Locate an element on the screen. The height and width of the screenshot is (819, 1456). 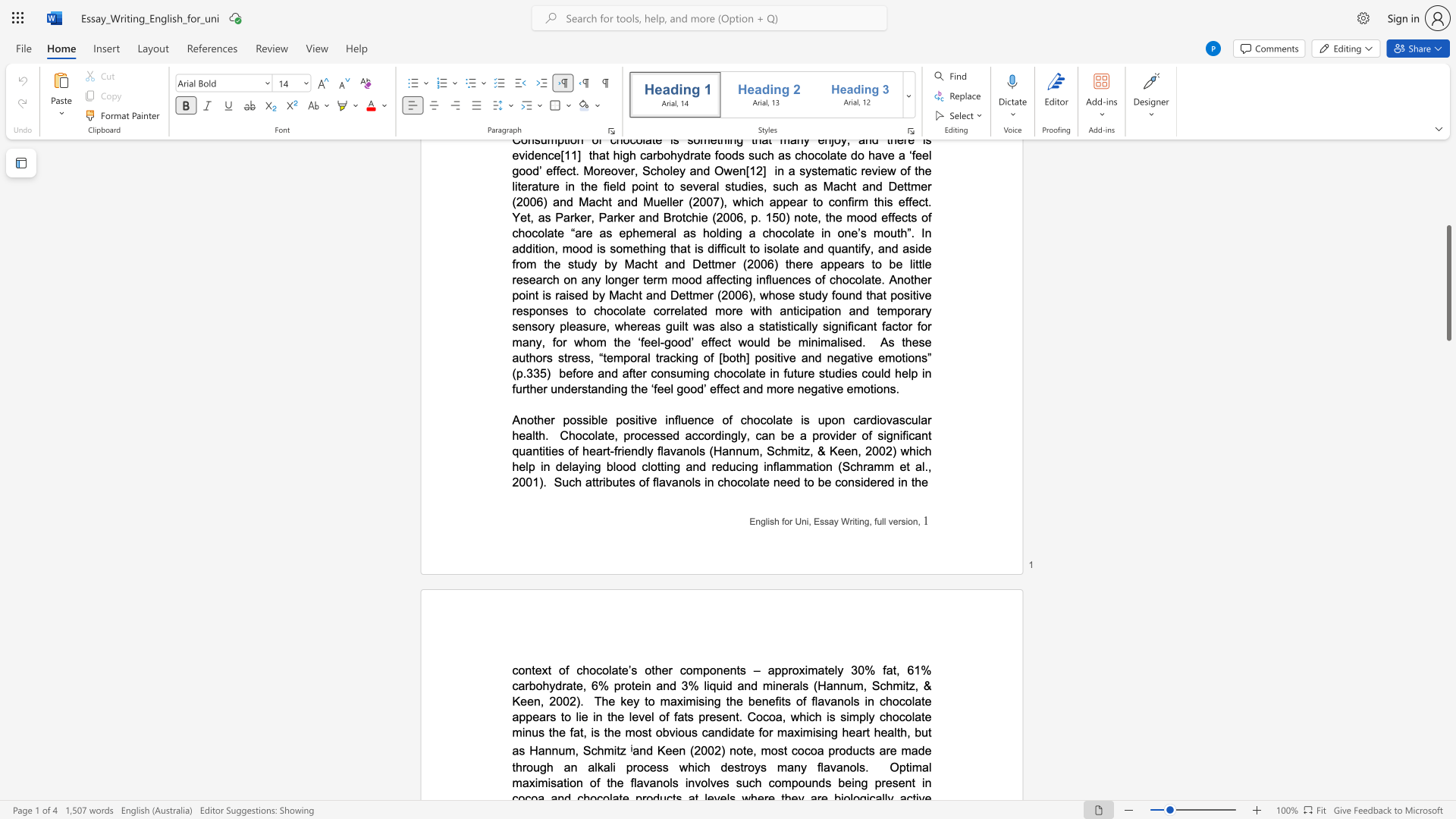
the scrollbar and move down 2340 pixels is located at coordinates (1448, 283).